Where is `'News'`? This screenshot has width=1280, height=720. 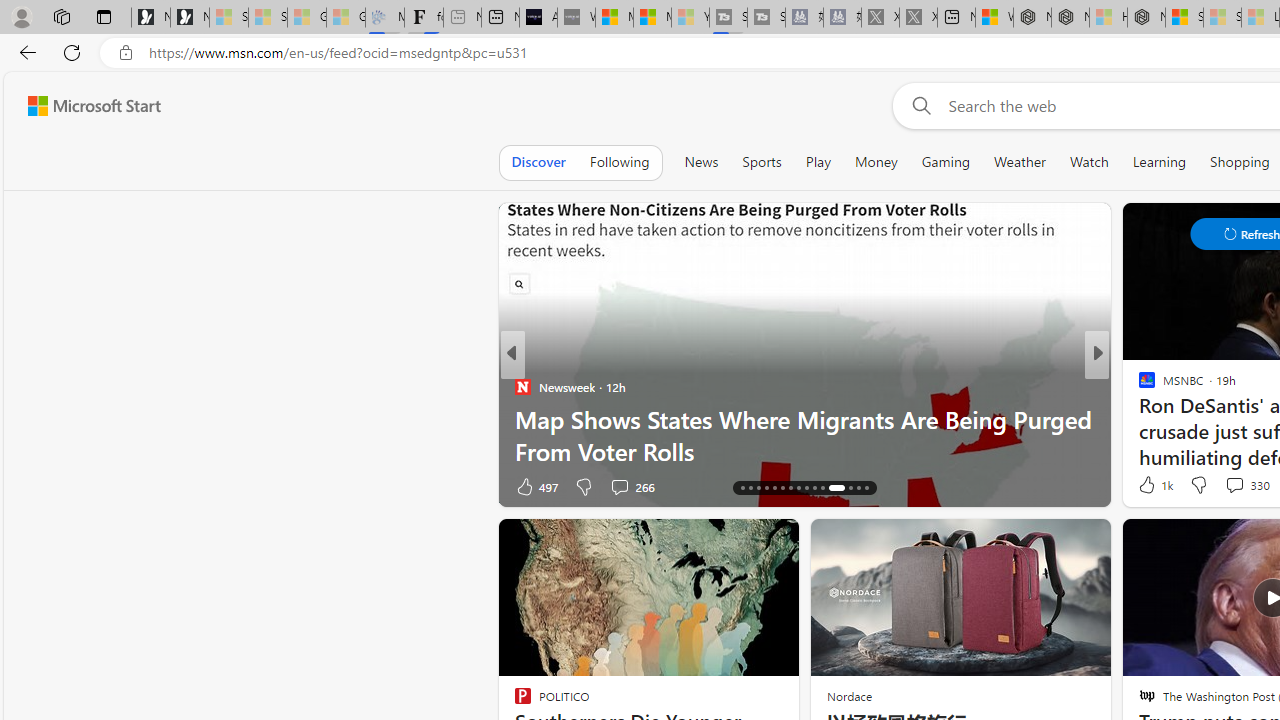 'News' is located at coordinates (701, 161).